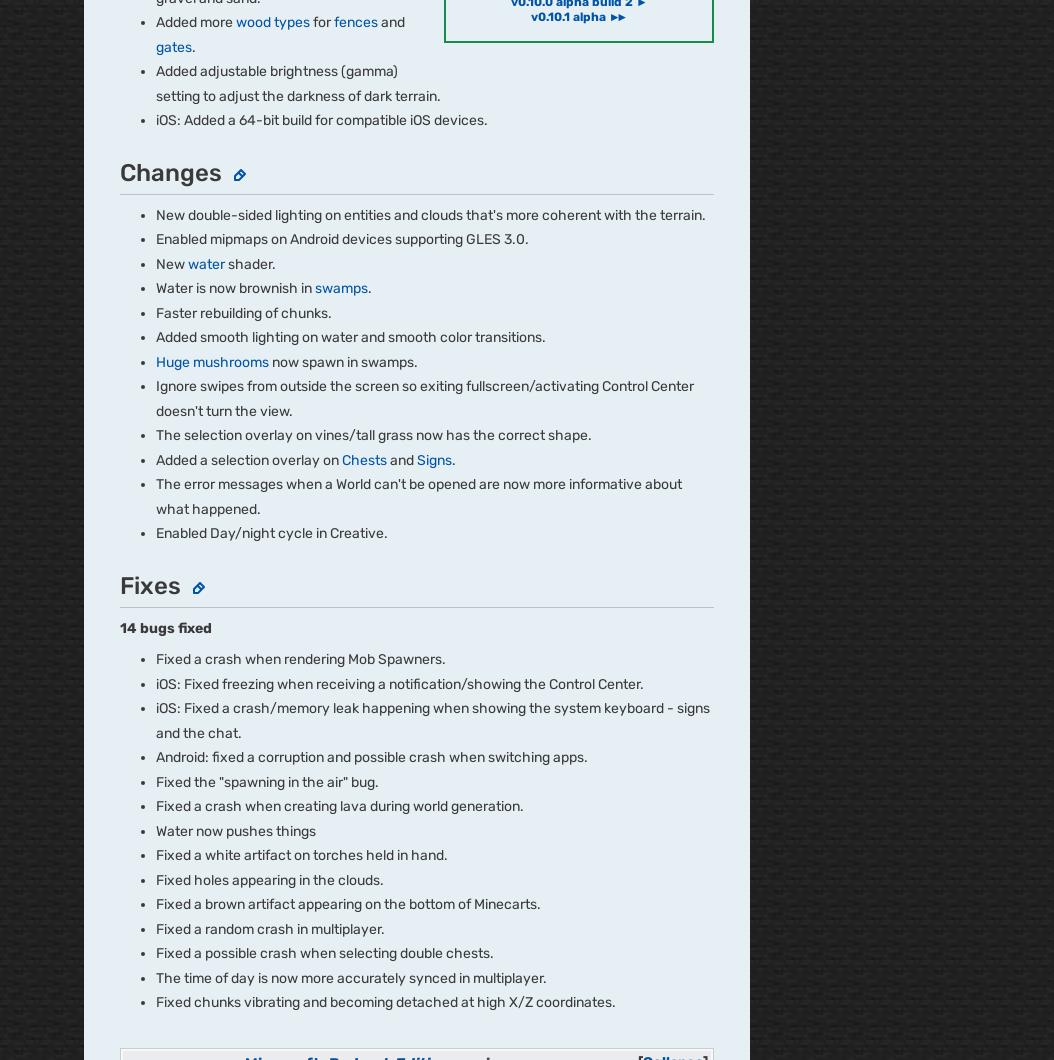  What do you see at coordinates (83, 544) in the screenshot?
I see `'Careers'` at bounding box center [83, 544].